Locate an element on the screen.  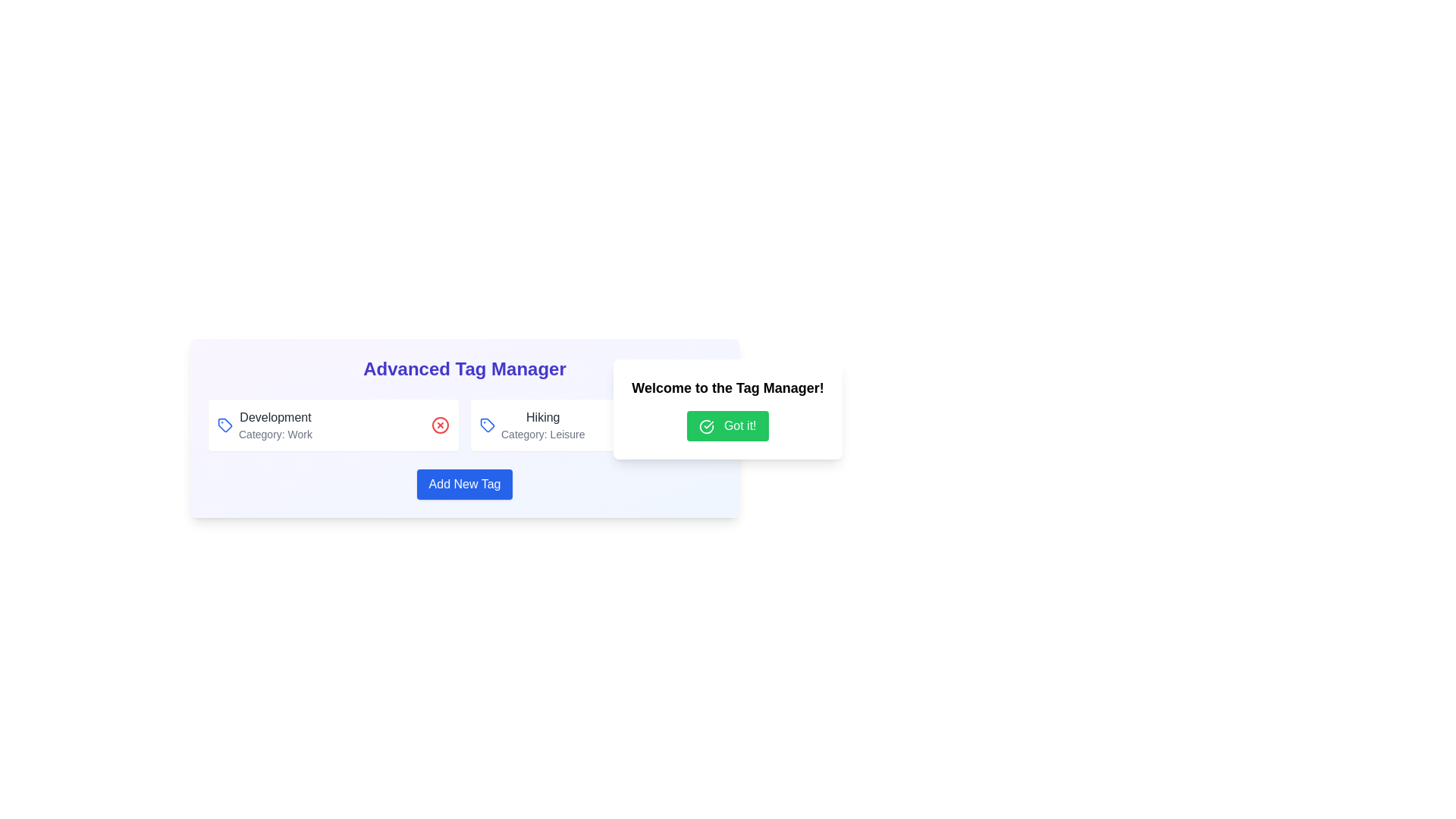
the bold text heading that says 'Welcome to the Tag Manager!', which is centrally and vertically aligned above the green action button labeled 'Got it!' is located at coordinates (728, 388).